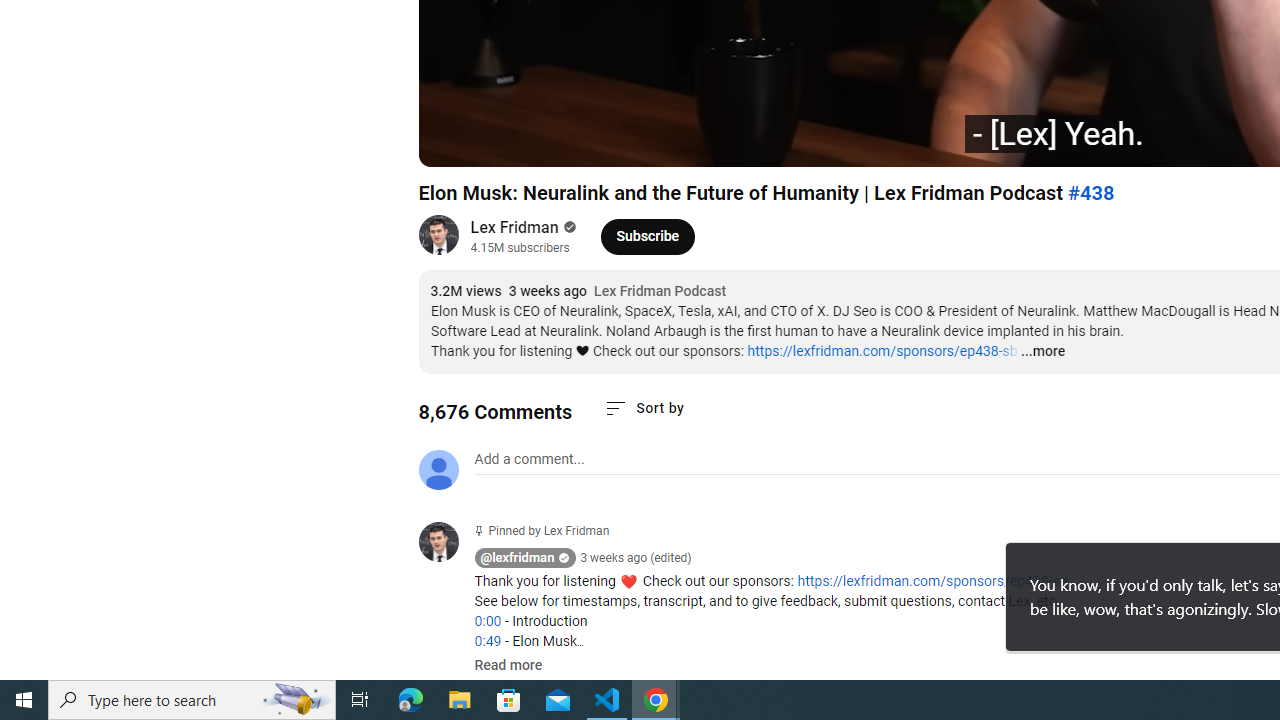 The image size is (1280, 720). What do you see at coordinates (648, 235) in the screenshot?
I see `'Subscribe to Lex Fridman.'` at bounding box center [648, 235].